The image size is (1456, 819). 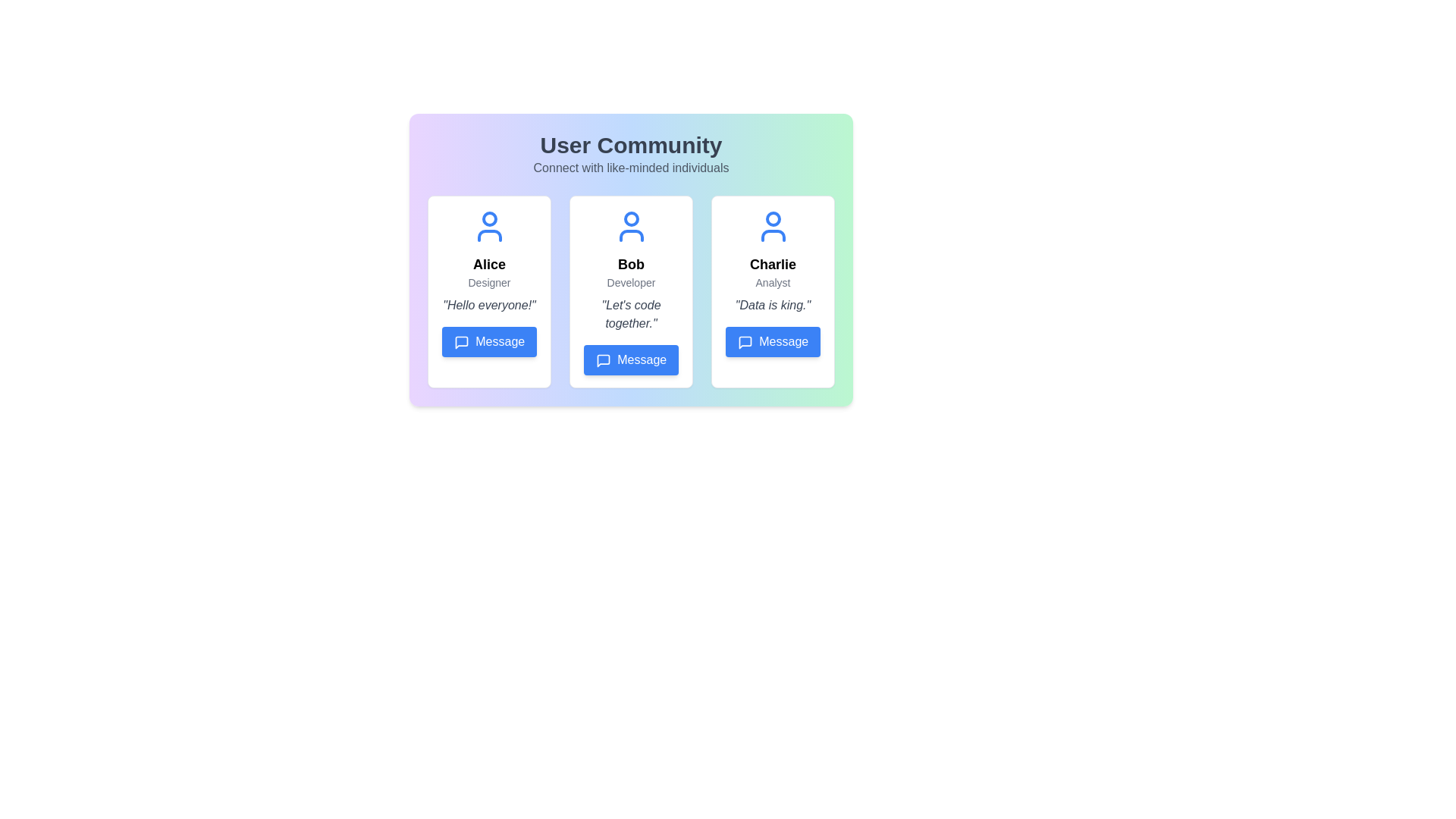 I want to click on the top circular portion (head) of the SVG illustration depicting the user icon for 'Bob' in the user list section, so click(x=631, y=219).